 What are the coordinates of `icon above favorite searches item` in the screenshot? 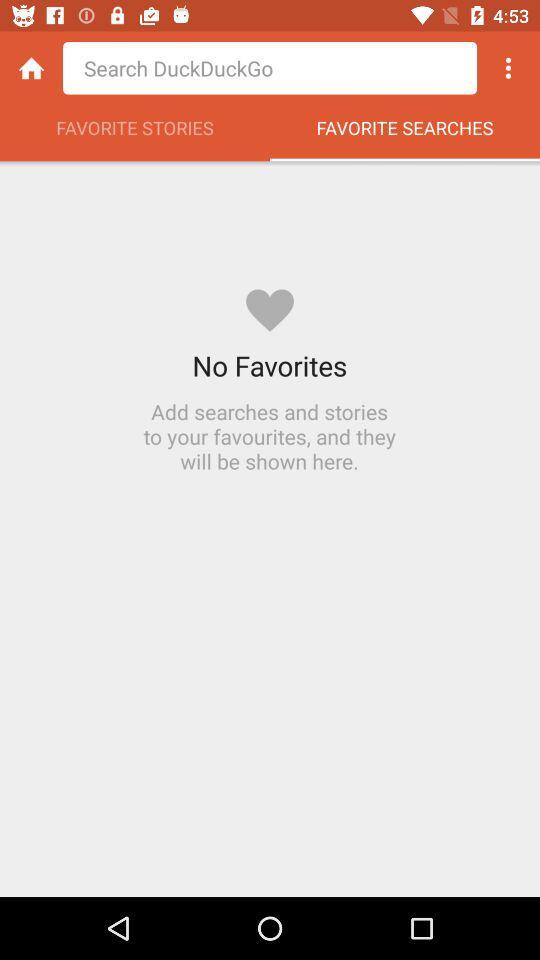 It's located at (508, 68).